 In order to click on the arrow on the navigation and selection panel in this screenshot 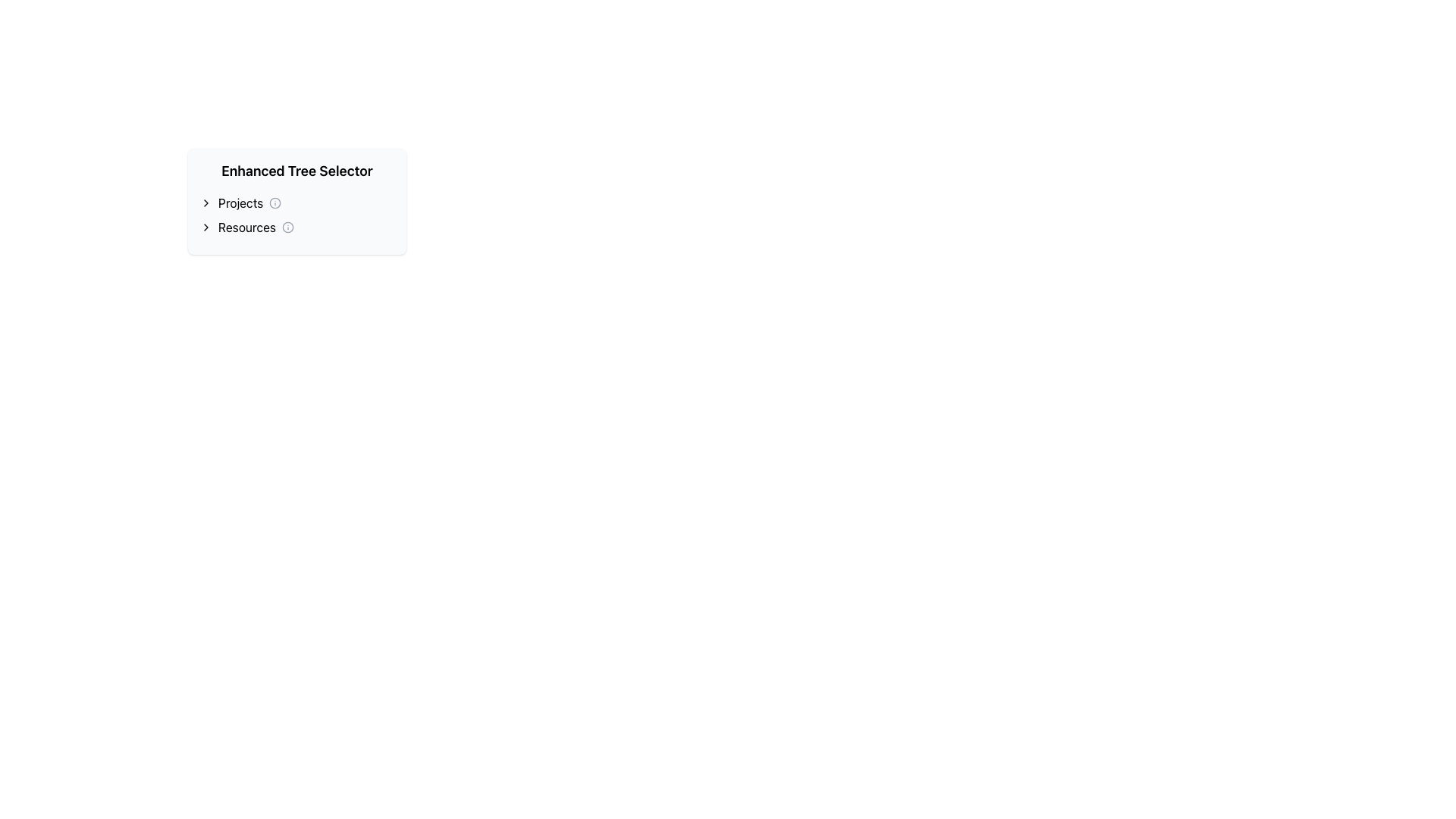, I will do `click(297, 201)`.